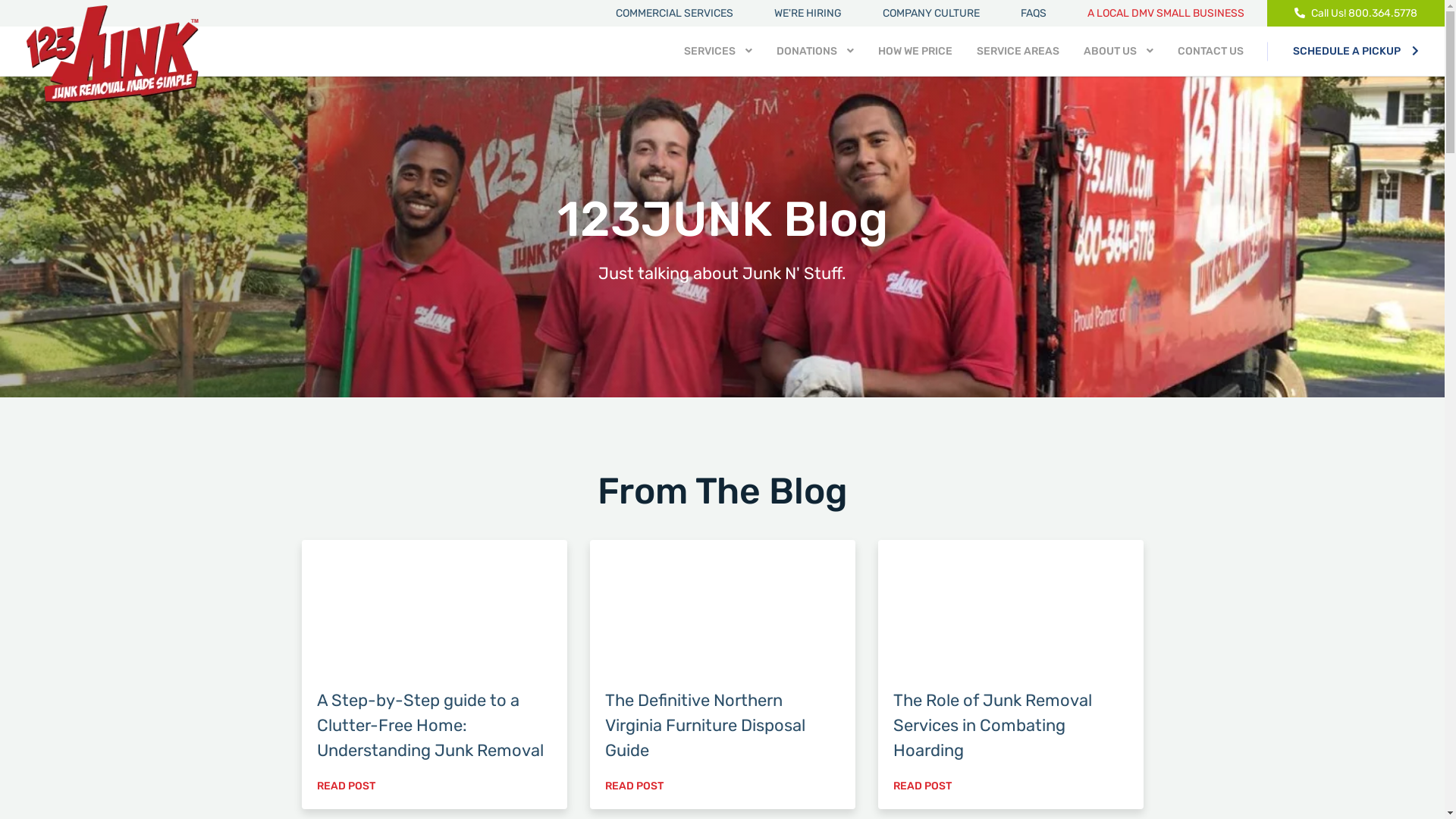 The height and width of the screenshot is (819, 1456). What do you see at coordinates (814, 50) in the screenshot?
I see `'DONATIONS'` at bounding box center [814, 50].